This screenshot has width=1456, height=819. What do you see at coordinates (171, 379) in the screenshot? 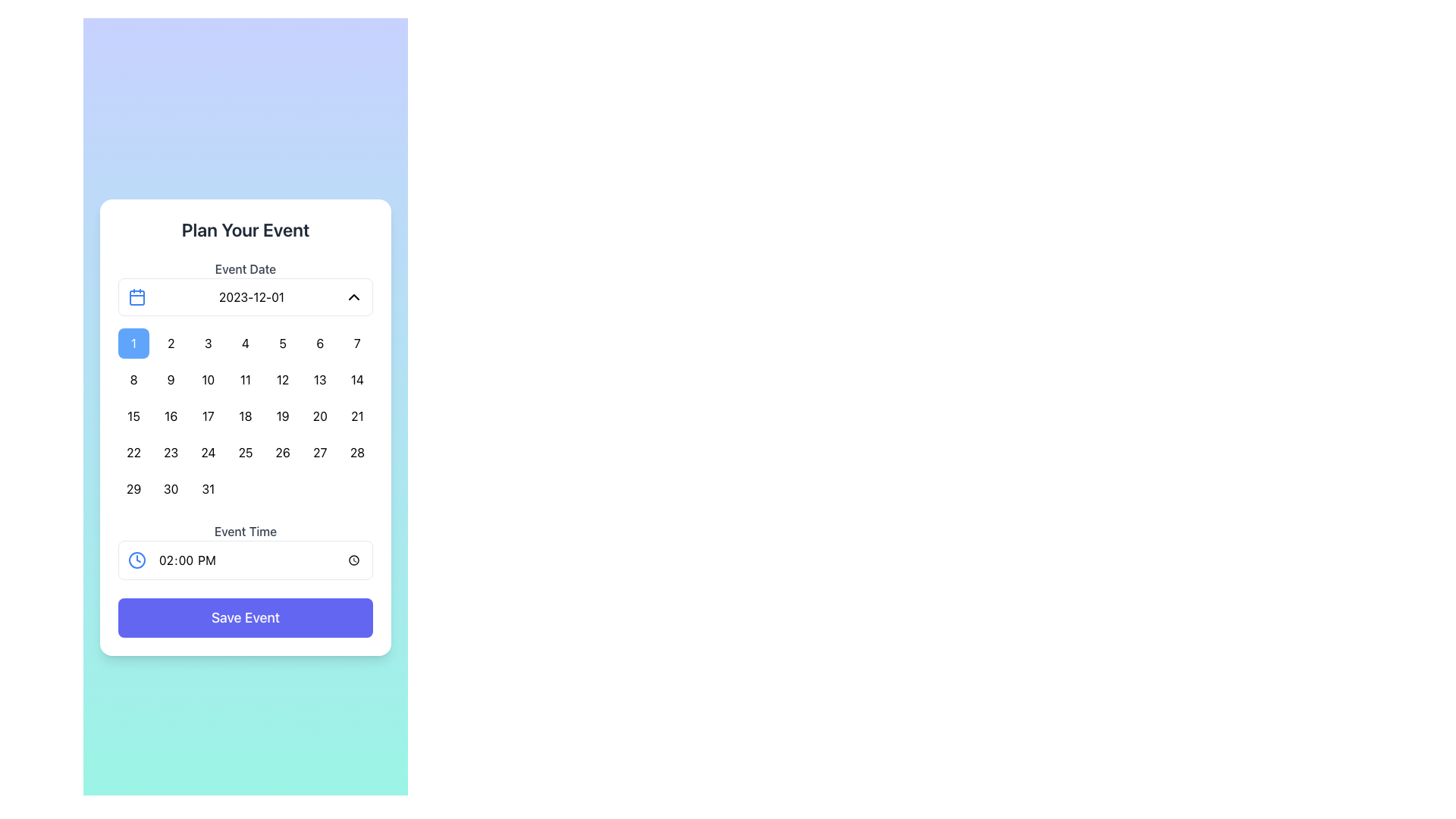
I see `the button representing the ninth day of the month in the calendar interface to visualize feedback` at bounding box center [171, 379].